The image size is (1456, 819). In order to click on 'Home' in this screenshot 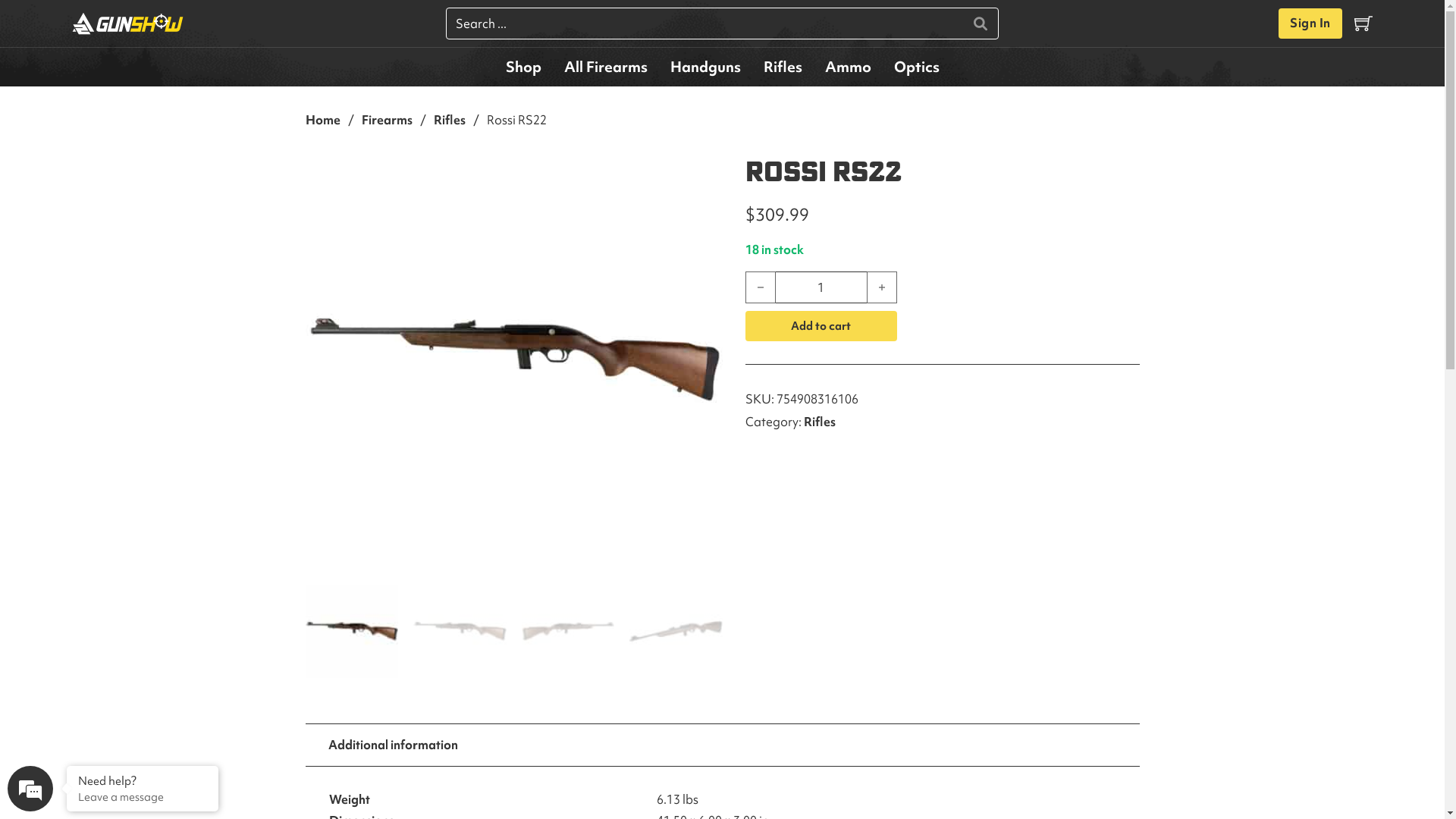, I will do `click(304, 119)`.